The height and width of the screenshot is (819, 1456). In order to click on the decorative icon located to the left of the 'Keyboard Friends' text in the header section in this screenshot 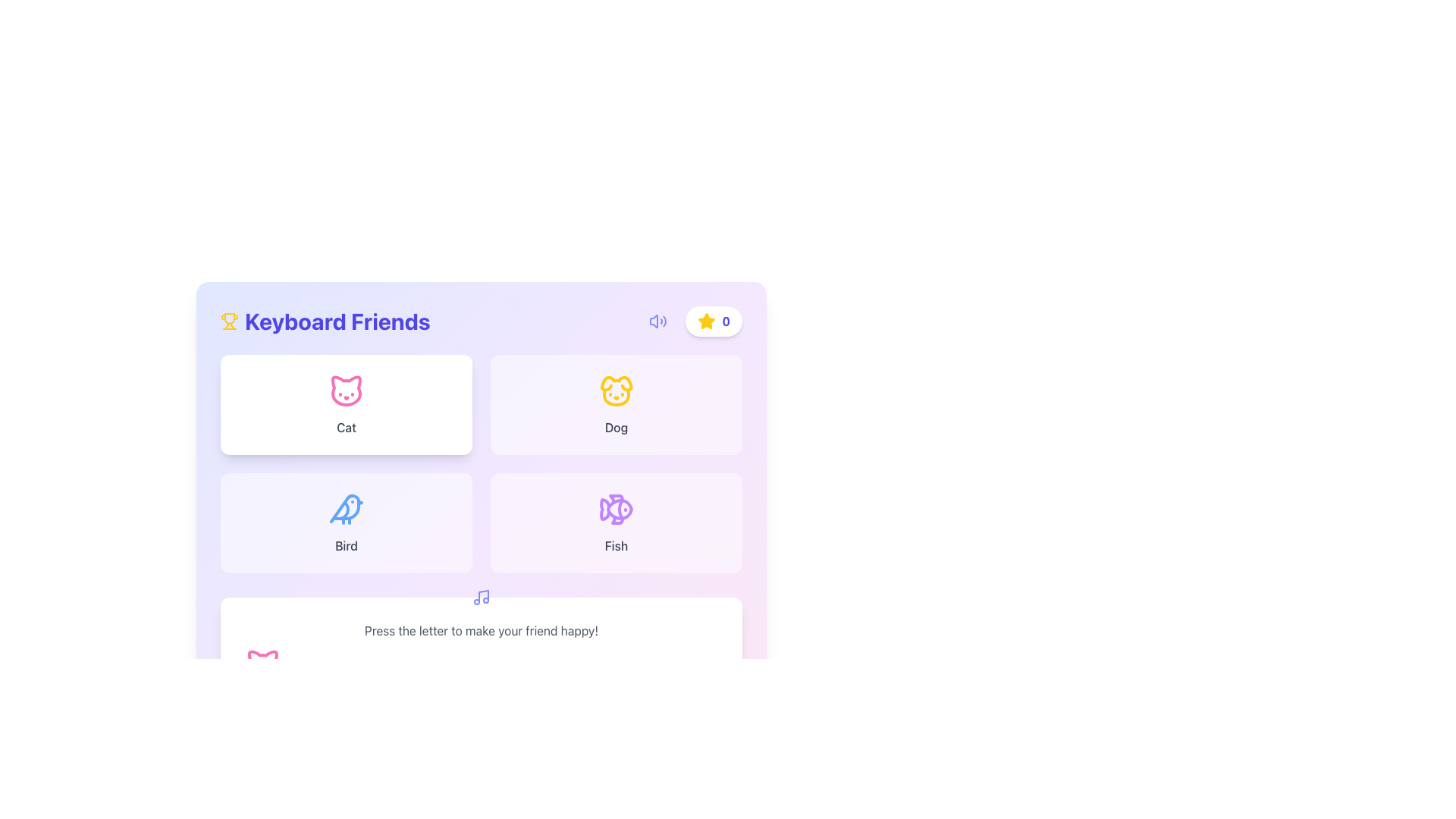, I will do `click(228, 321)`.